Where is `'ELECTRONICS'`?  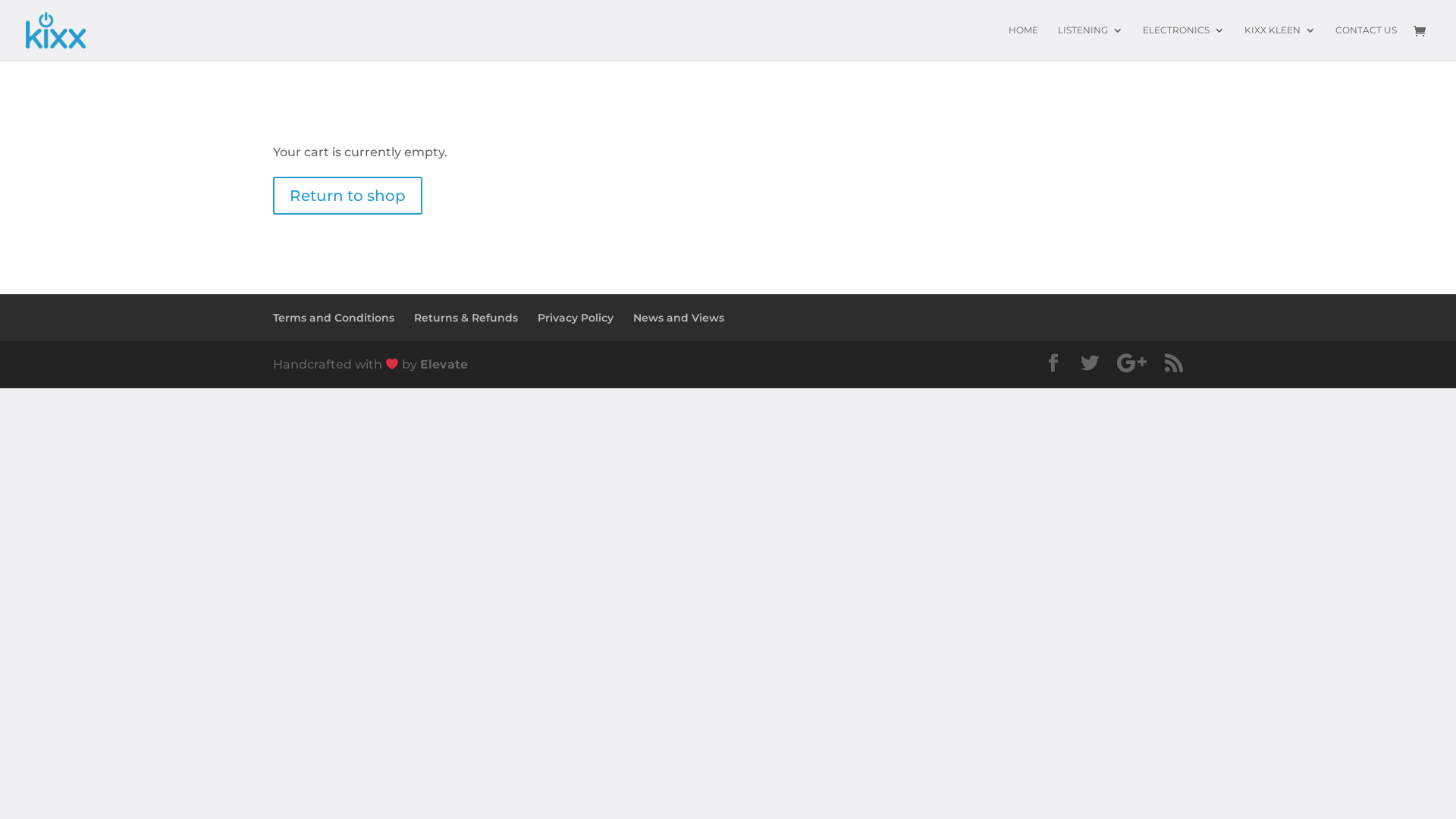 'ELECTRONICS' is located at coordinates (1182, 42).